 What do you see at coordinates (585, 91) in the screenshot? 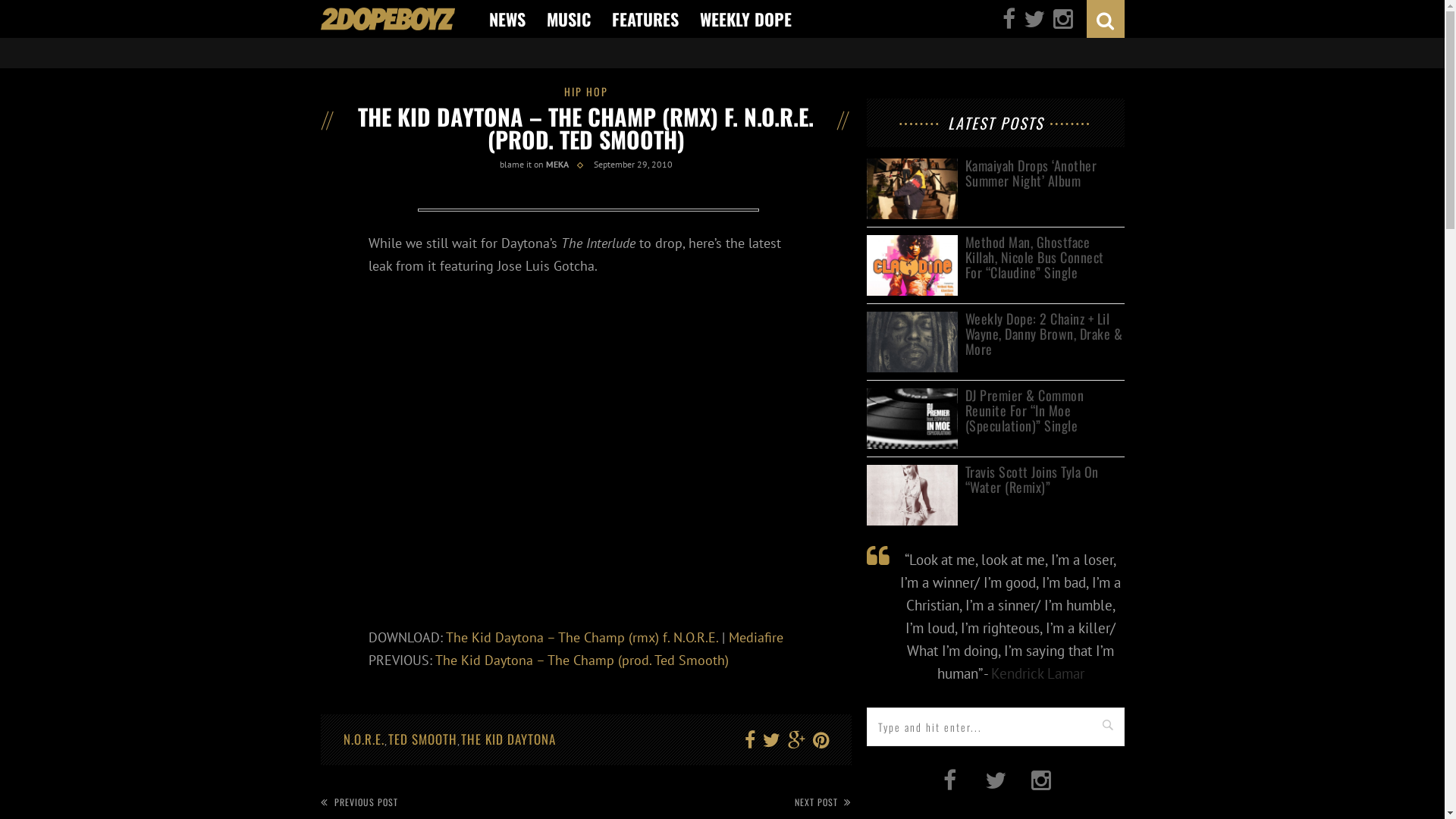
I see `'HIP HOP'` at bounding box center [585, 91].